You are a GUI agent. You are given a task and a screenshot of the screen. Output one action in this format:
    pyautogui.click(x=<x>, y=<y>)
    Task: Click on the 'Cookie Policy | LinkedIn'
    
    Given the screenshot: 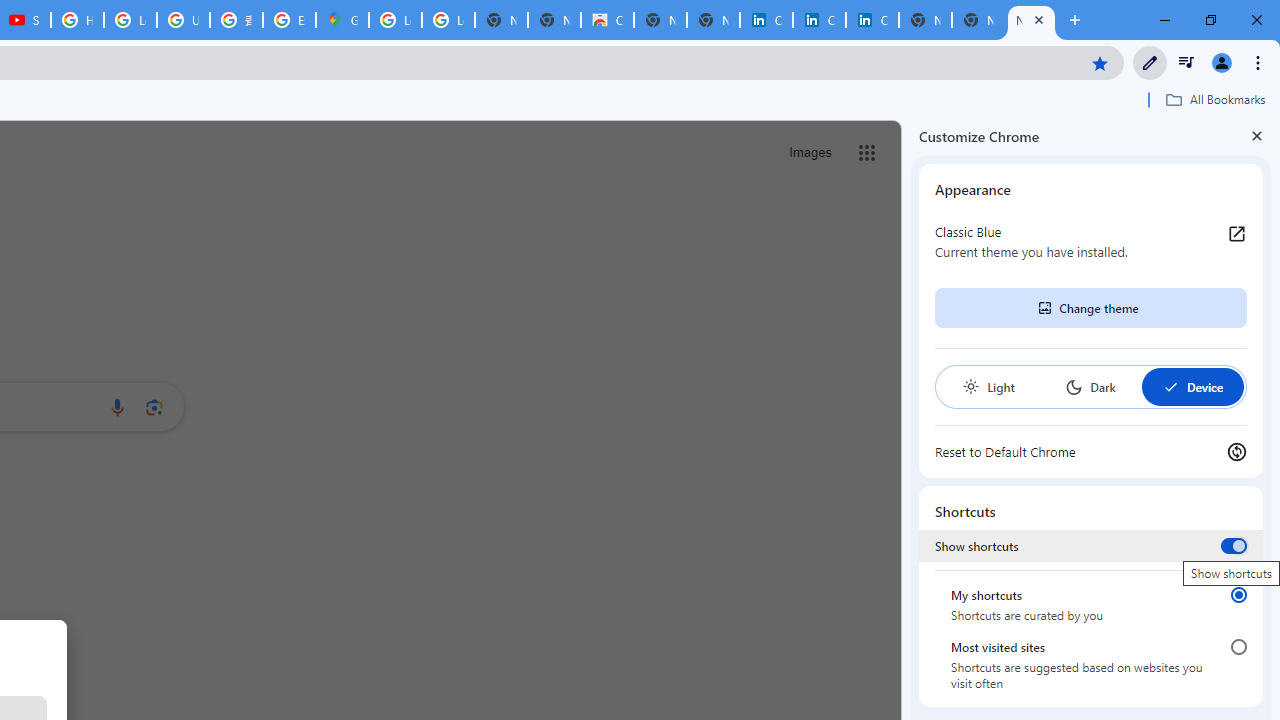 What is the action you would take?
    pyautogui.click(x=765, y=20)
    